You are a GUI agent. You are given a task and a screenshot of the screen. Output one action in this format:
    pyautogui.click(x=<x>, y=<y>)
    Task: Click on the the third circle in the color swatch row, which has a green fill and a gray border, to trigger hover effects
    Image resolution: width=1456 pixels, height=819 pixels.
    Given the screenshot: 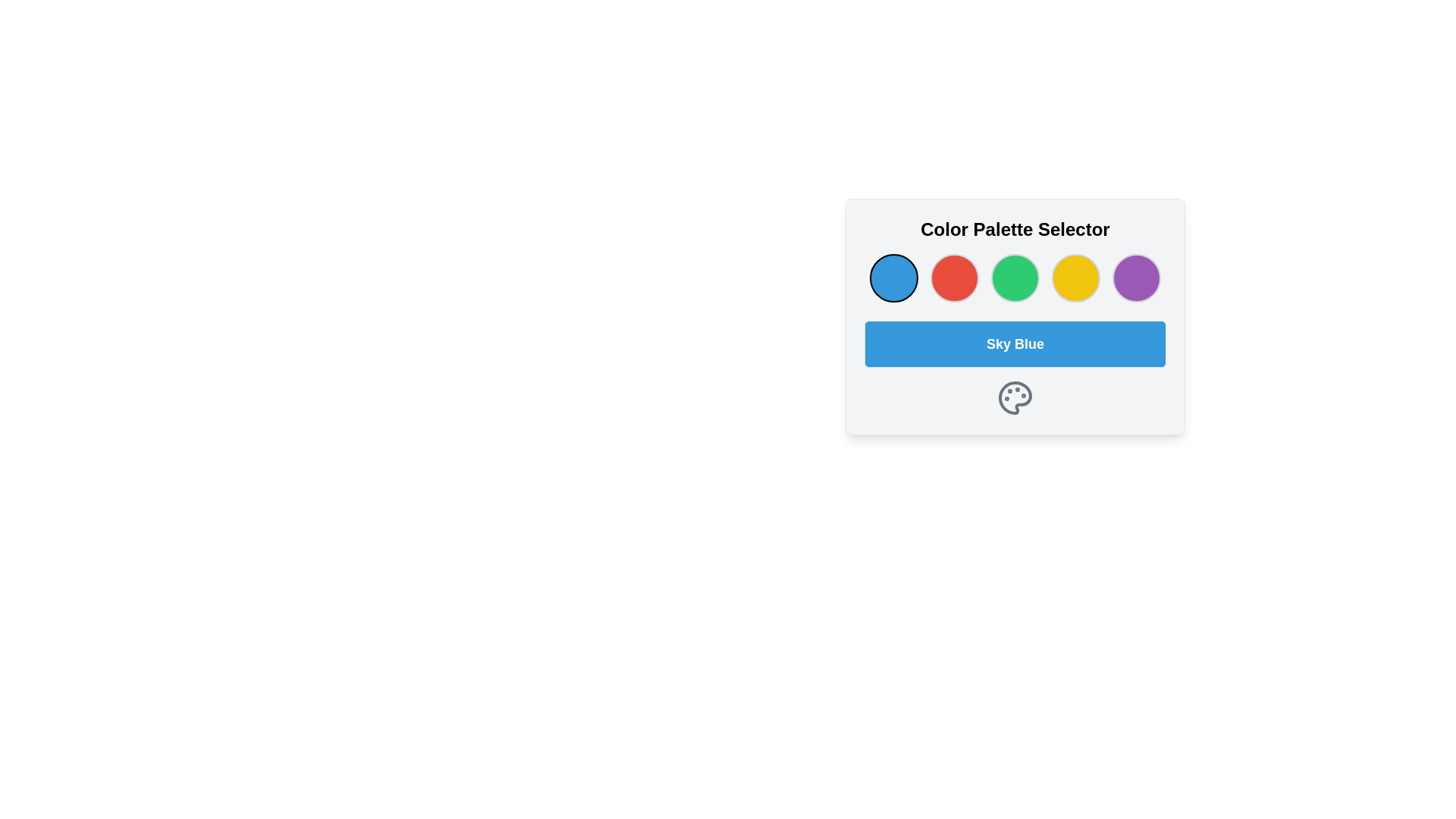 What is the action you would take?
    pyautogui.click(x=1015, y=278)
    